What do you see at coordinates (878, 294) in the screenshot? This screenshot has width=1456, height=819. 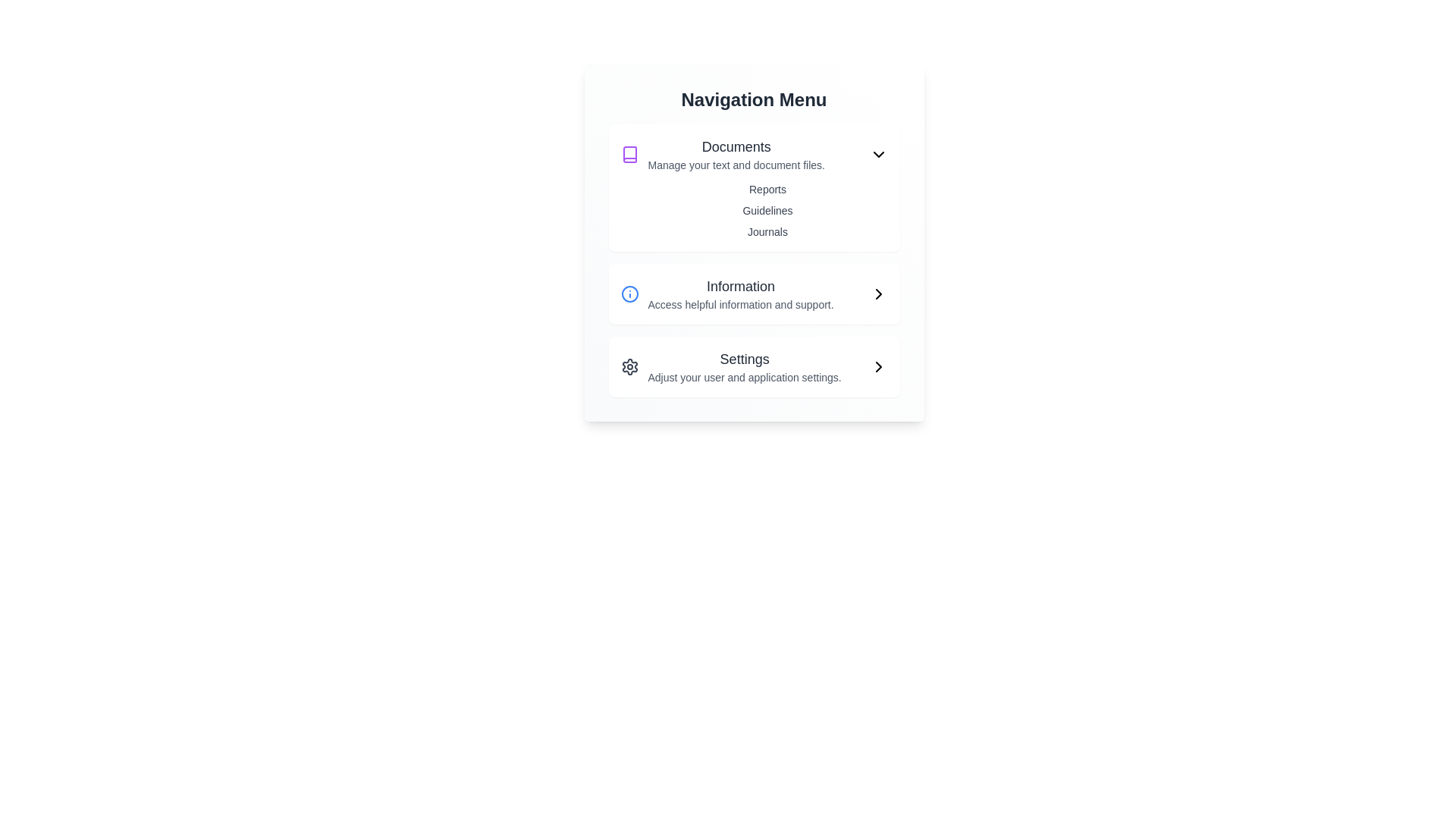 I see `the Chevron icon indicating expandable content in the 'Information' section of the navigation menu, located between 'Documents' and 'Settings'` at bounding box center [878, 294].